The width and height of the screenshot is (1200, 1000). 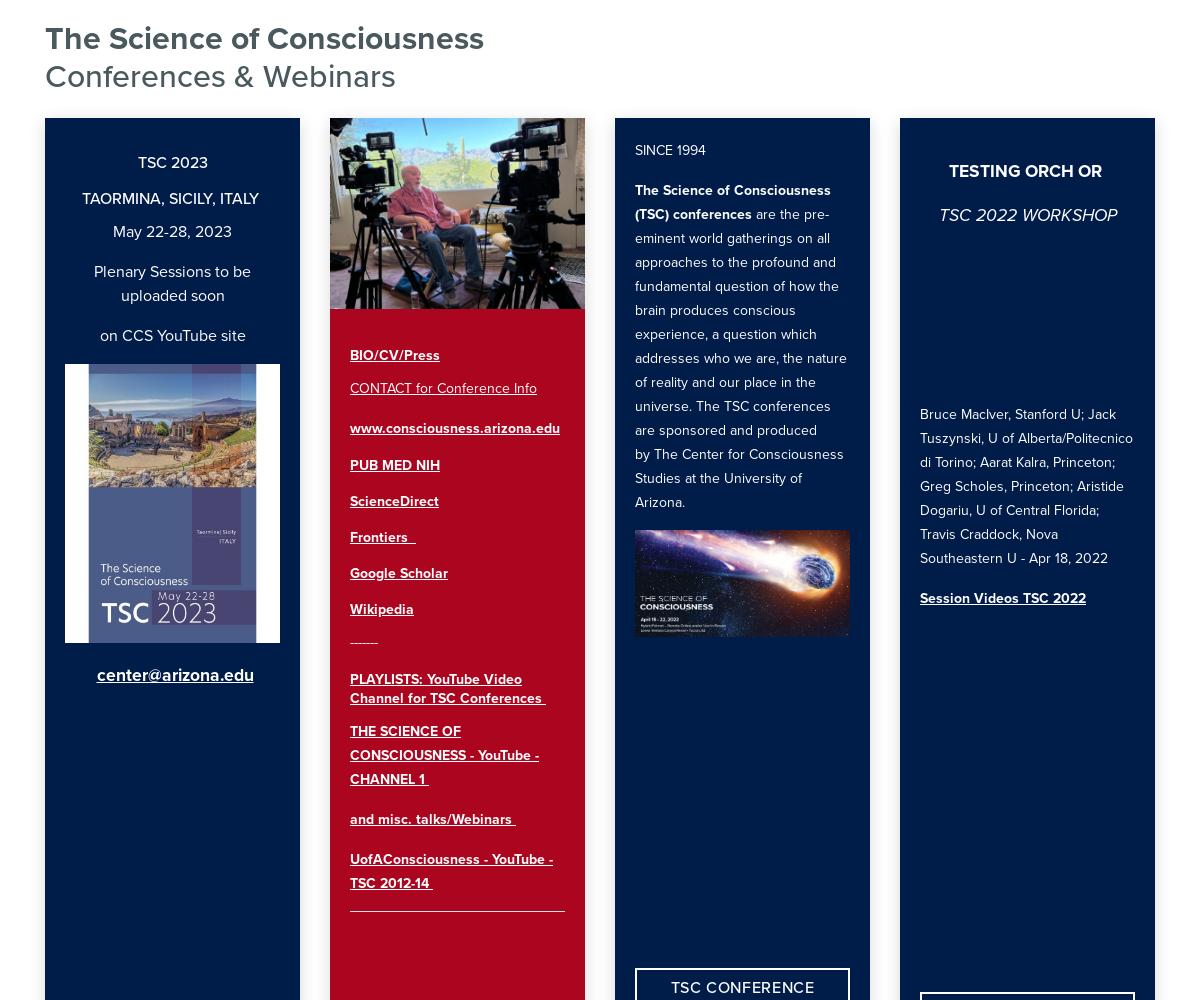 What do you see at coordinates (170, 335) in the screenshot?
I see `'on CCS YouTube site'` at bounding box center [170, 335].